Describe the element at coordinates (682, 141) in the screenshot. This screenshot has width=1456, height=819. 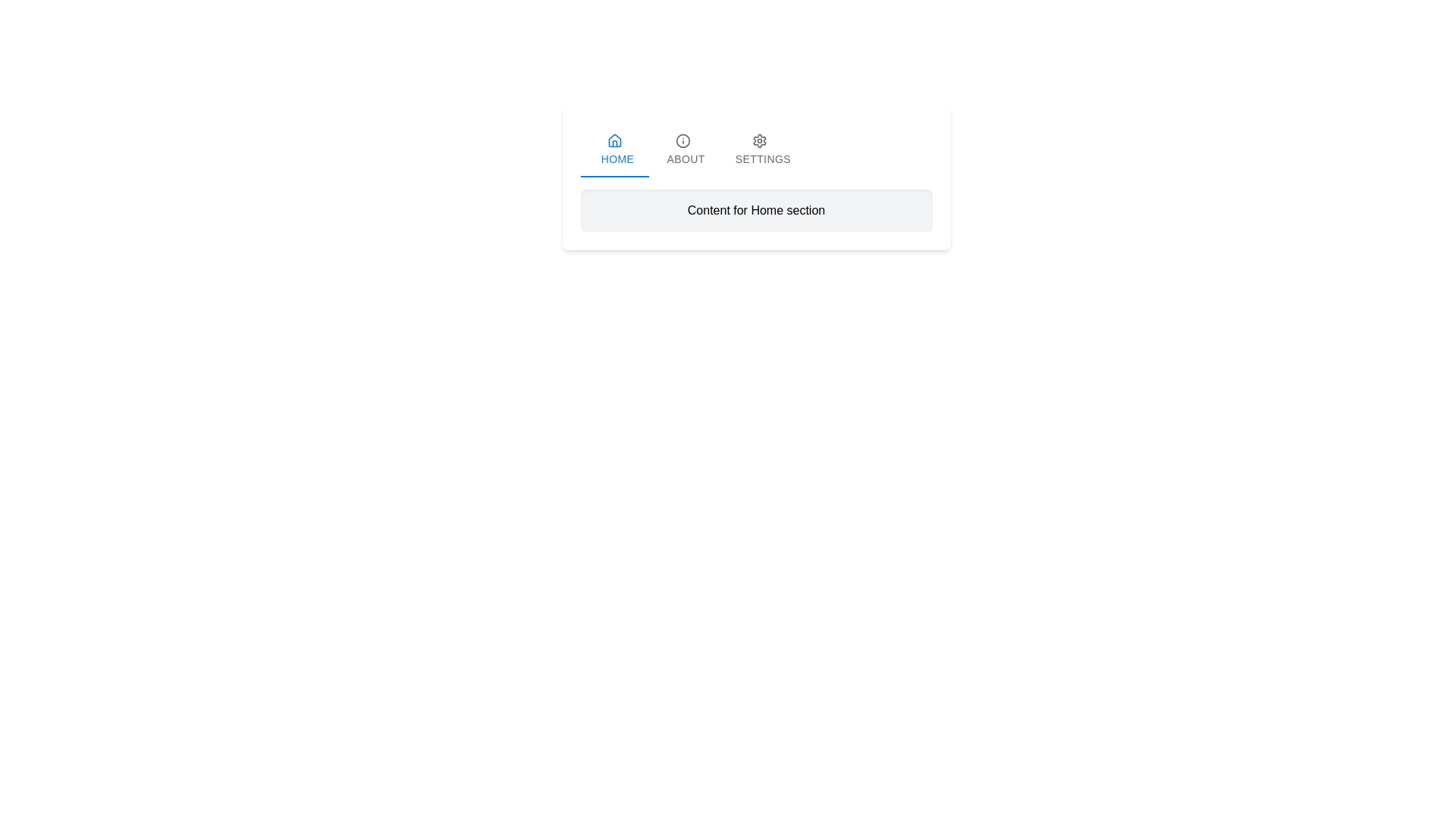
I see `the 'About' Icon, which is located above the 'ABOUT' text and between the 'HOME' and 'SETTINGS' tabs` at that location.